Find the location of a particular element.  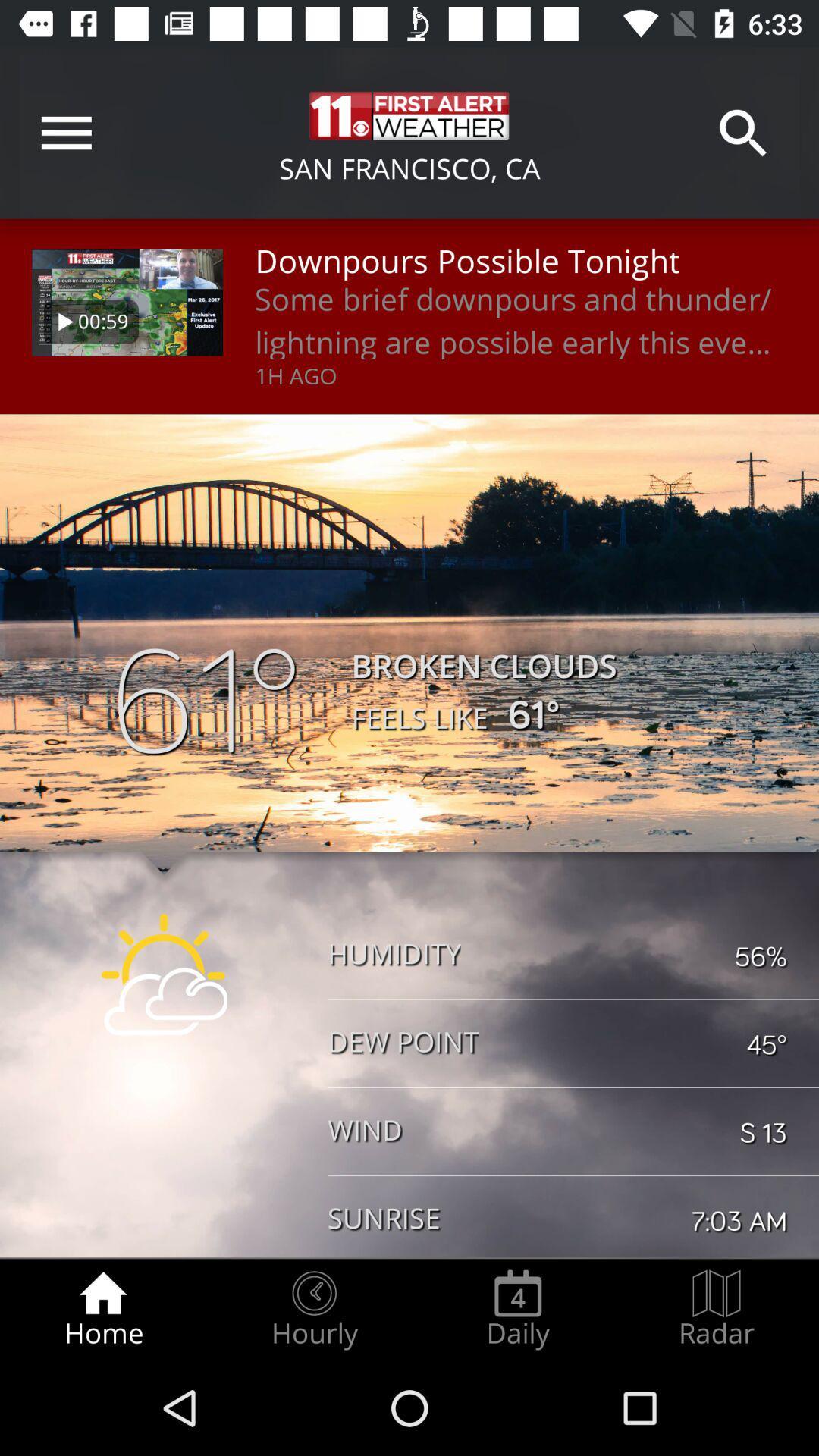

icon next to home is located at coordinates (313, 1309).